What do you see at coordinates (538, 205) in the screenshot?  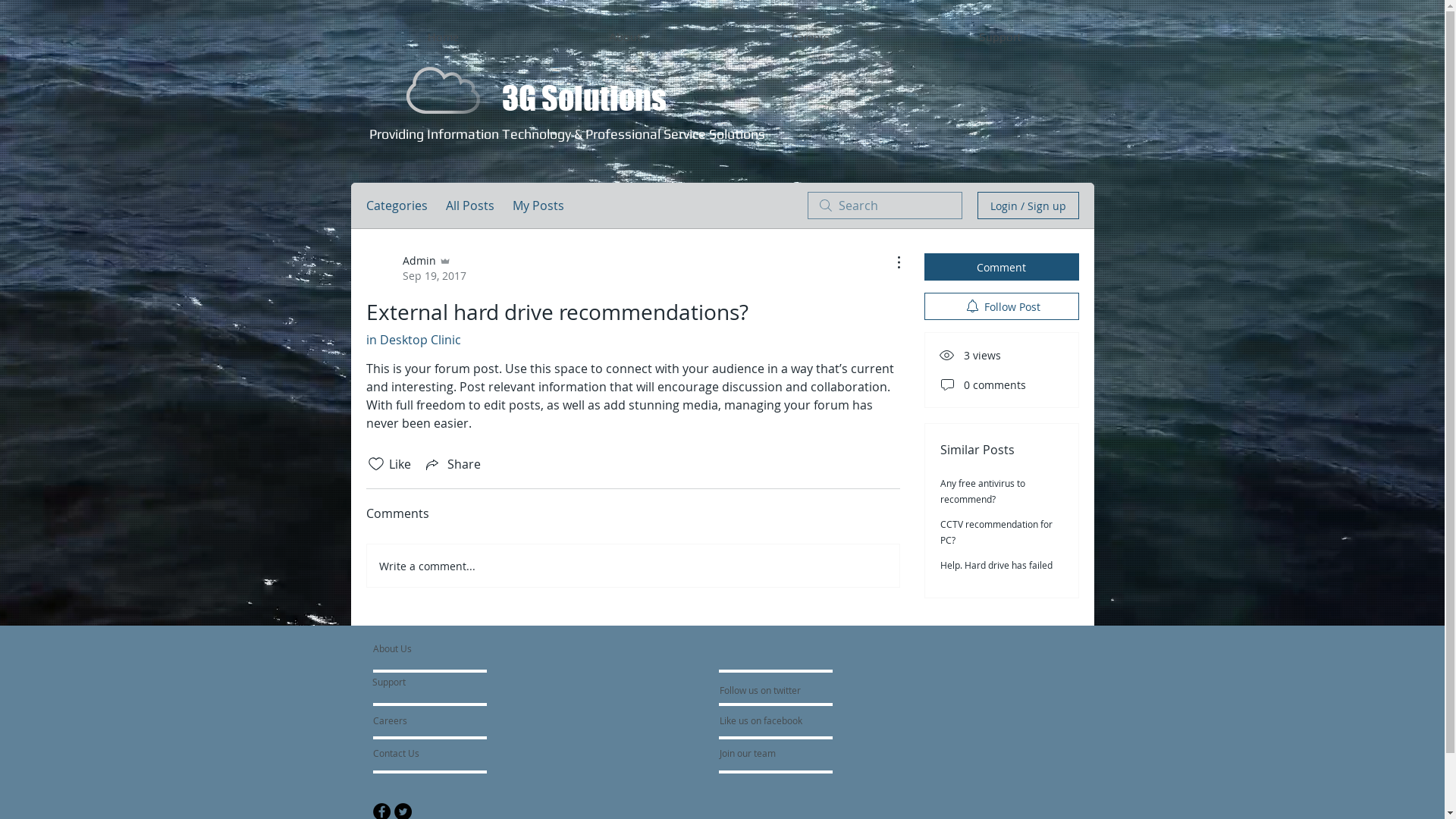 I see `'My Posts'` at bounding box center [538, 205].